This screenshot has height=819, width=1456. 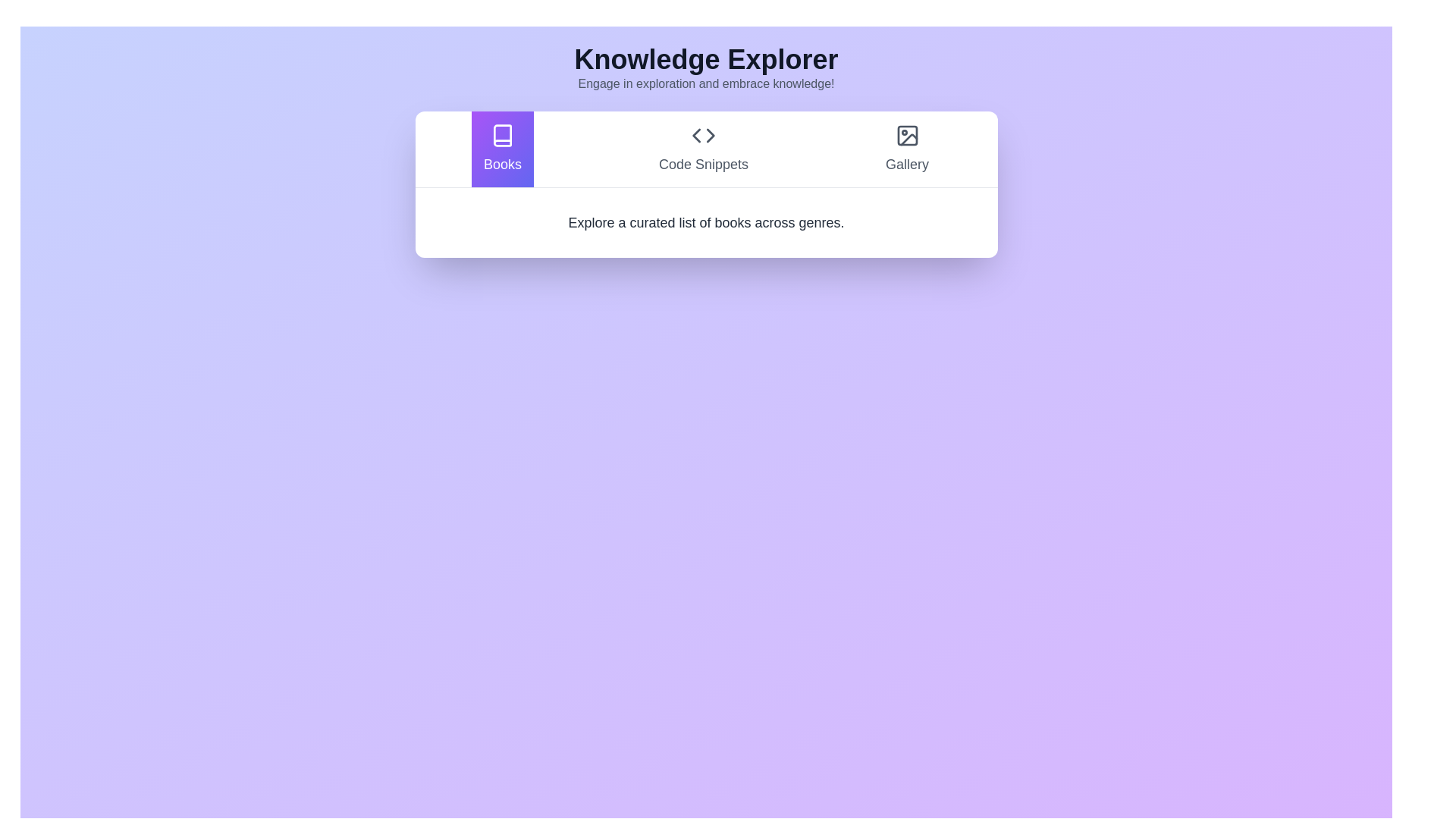 I want to click on the Books tab to switch the content, so click(x=502, y=149).